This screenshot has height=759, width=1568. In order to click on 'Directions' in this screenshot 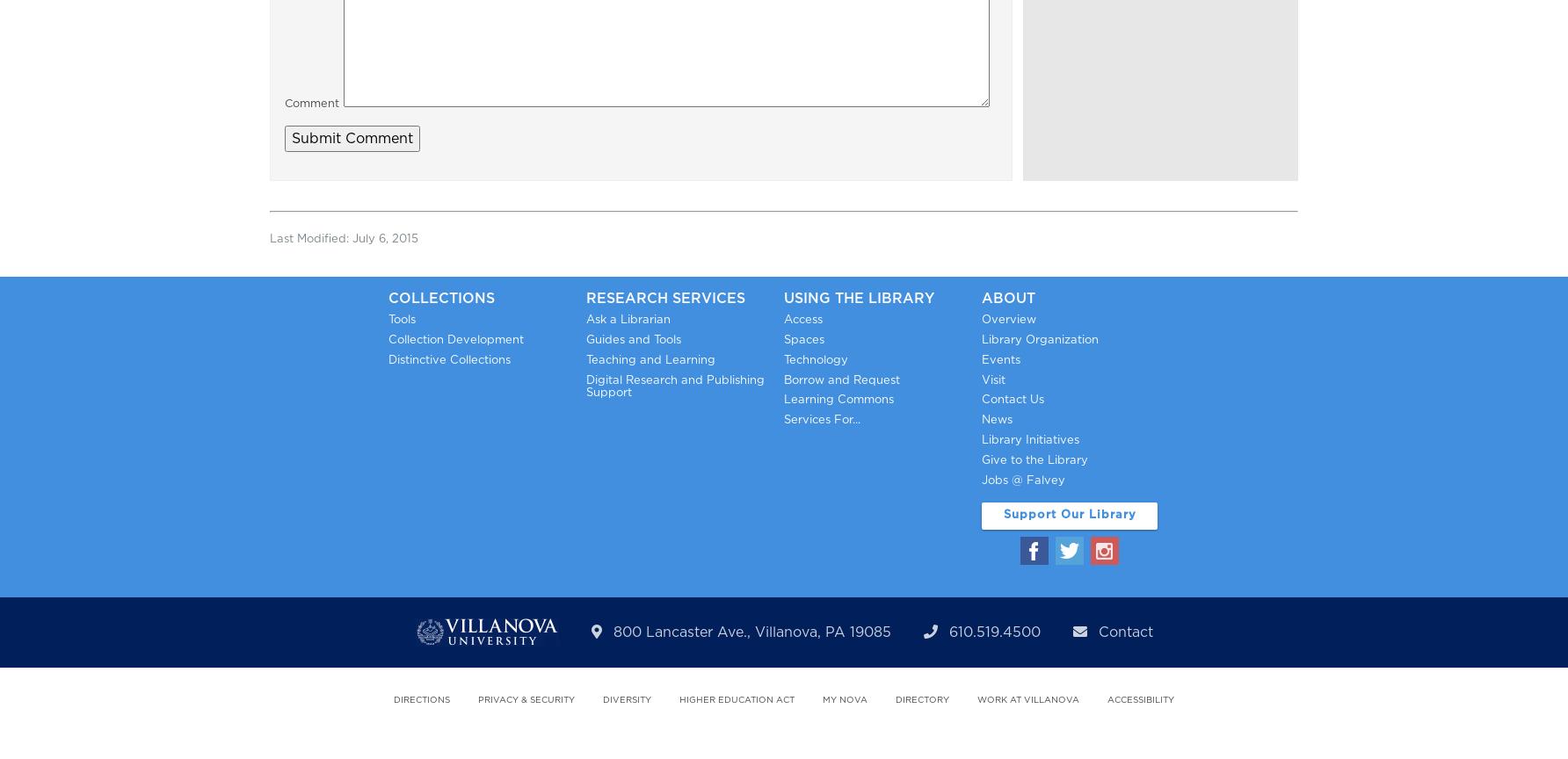, I will do `click(422, 699)`.